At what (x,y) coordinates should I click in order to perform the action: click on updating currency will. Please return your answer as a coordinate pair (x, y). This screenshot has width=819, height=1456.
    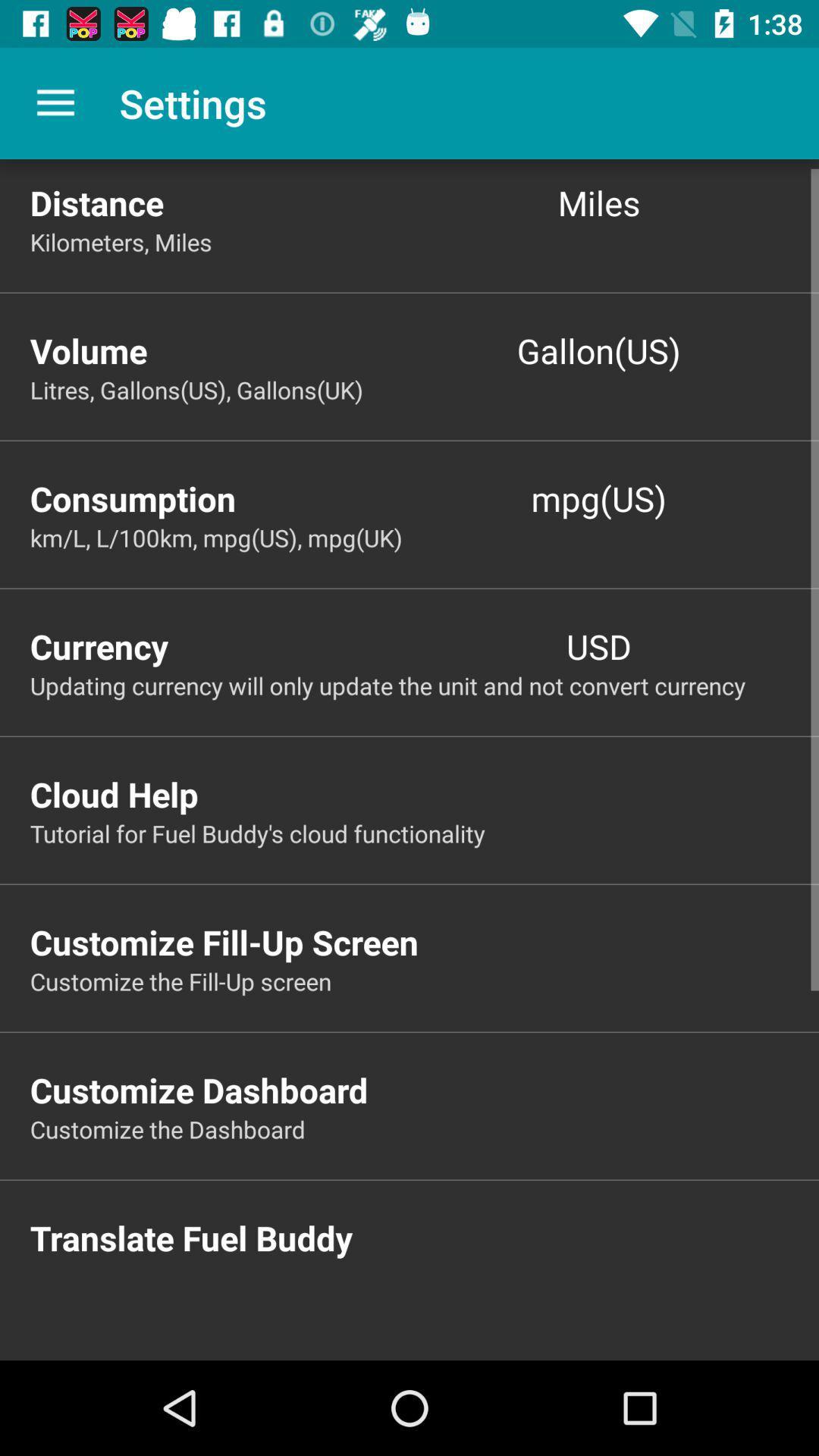
    Looking at the image, I should click on (424, 685).